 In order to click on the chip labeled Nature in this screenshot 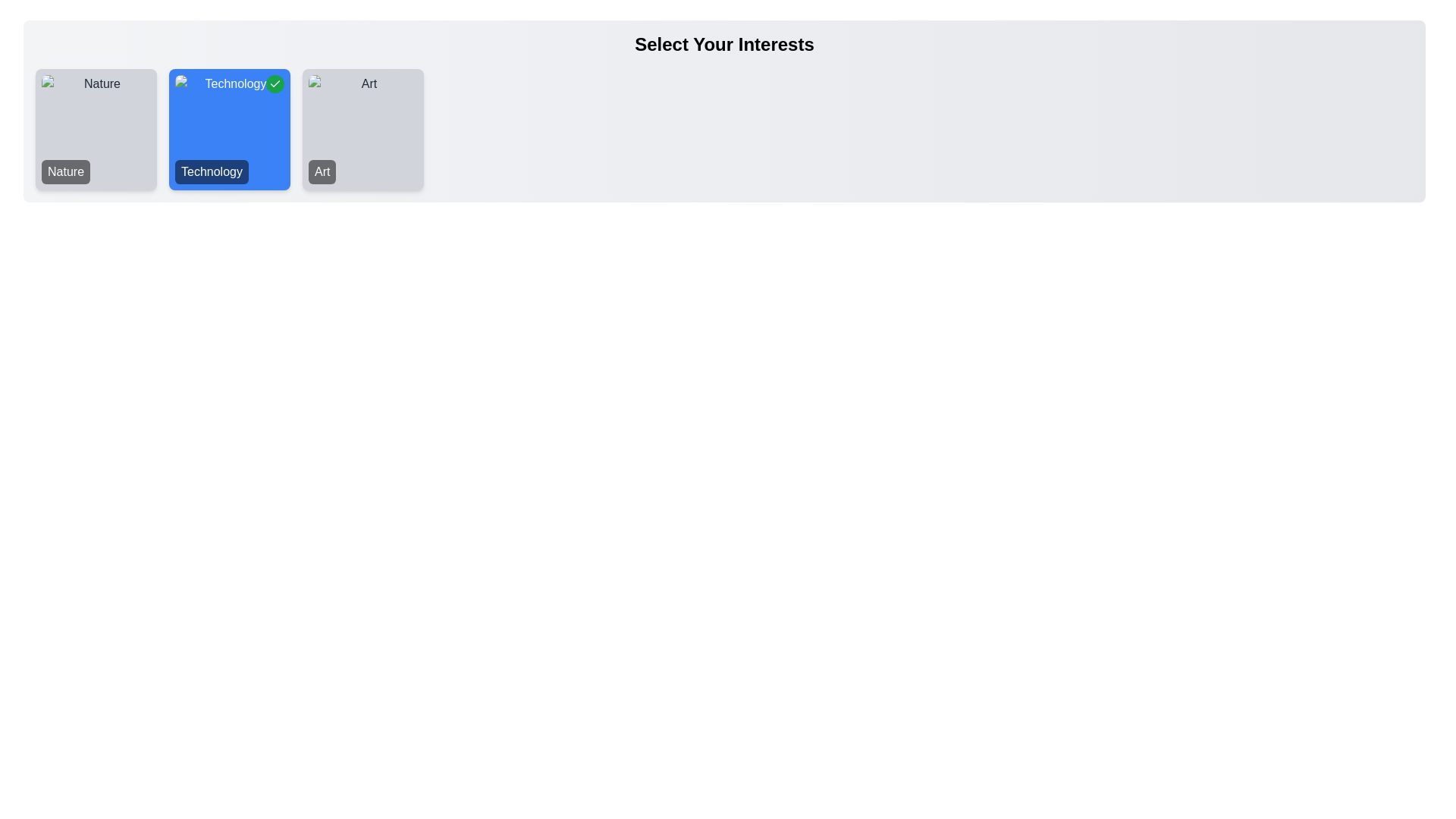, I will do `click(95, 128)`.